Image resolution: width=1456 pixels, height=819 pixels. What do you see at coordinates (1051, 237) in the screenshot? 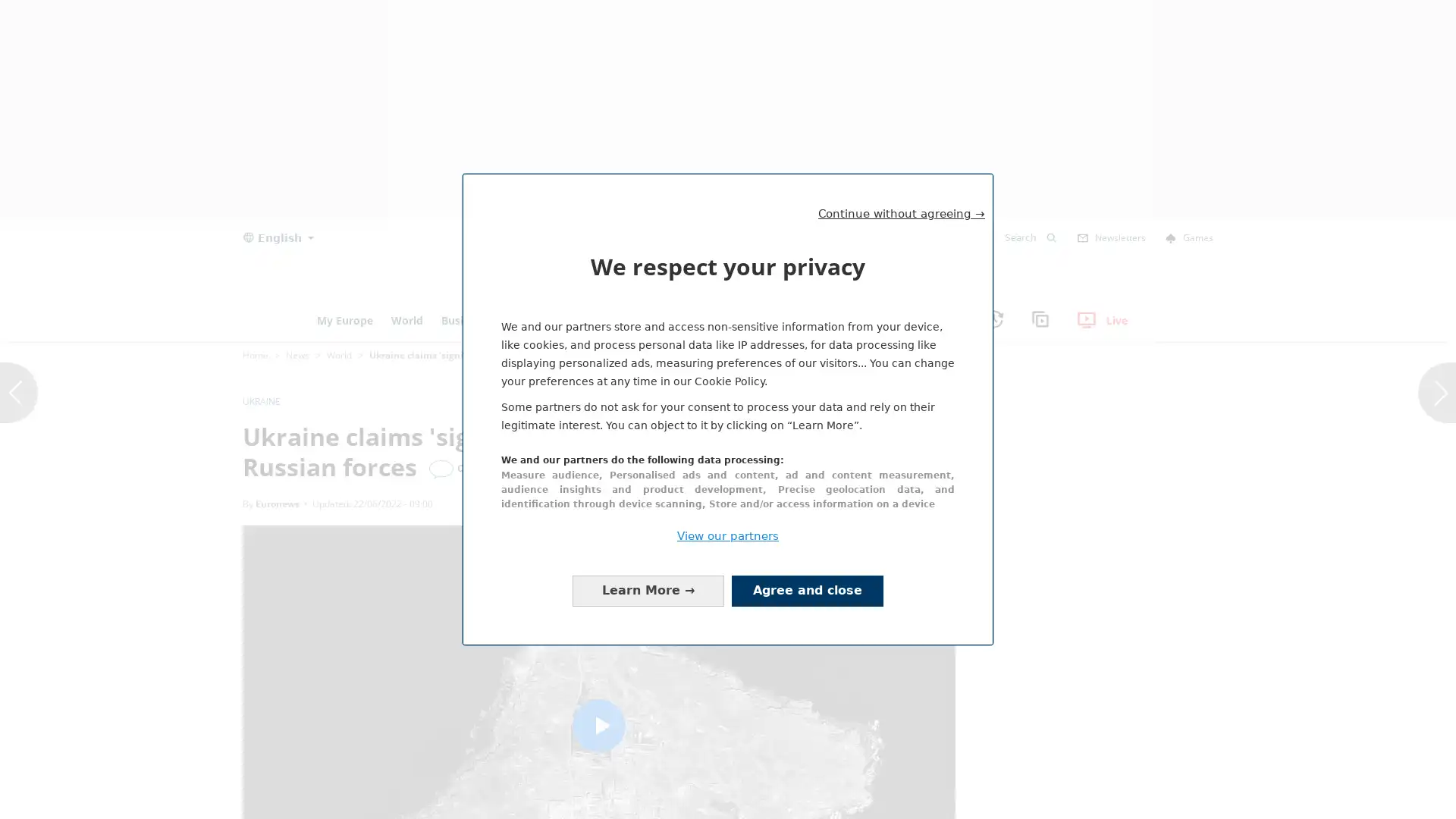
I see `search button` at bounding box center [1051, 237].